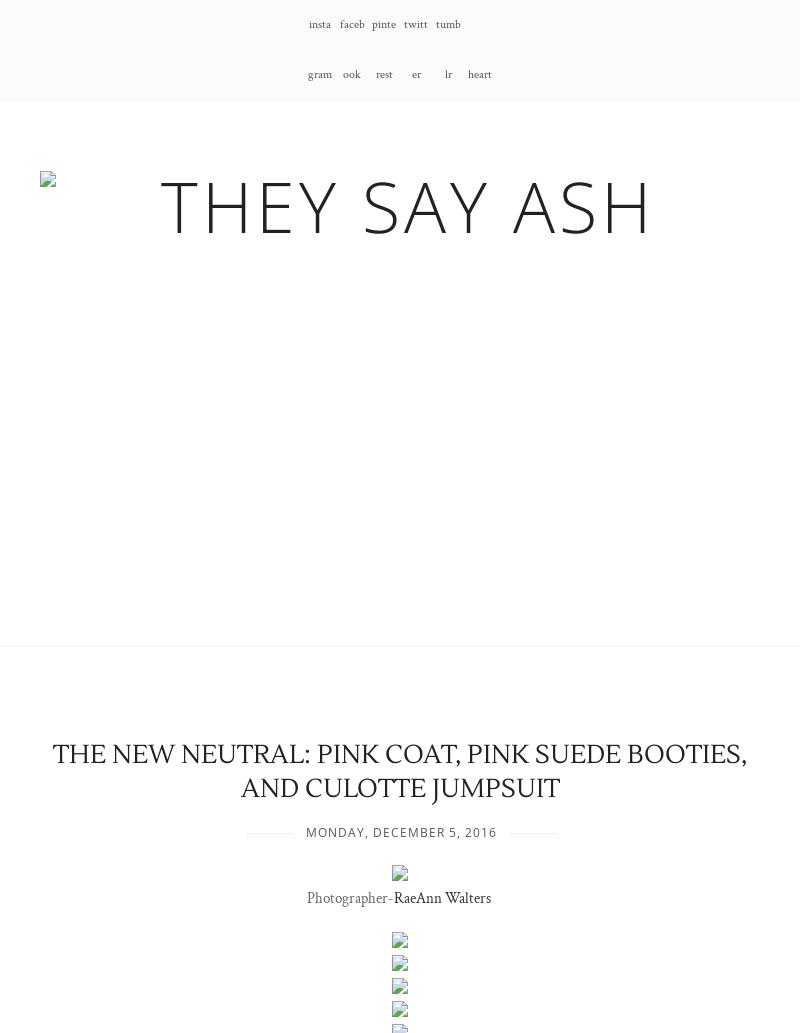  I want to click on 'instagram', so click(319, 49).